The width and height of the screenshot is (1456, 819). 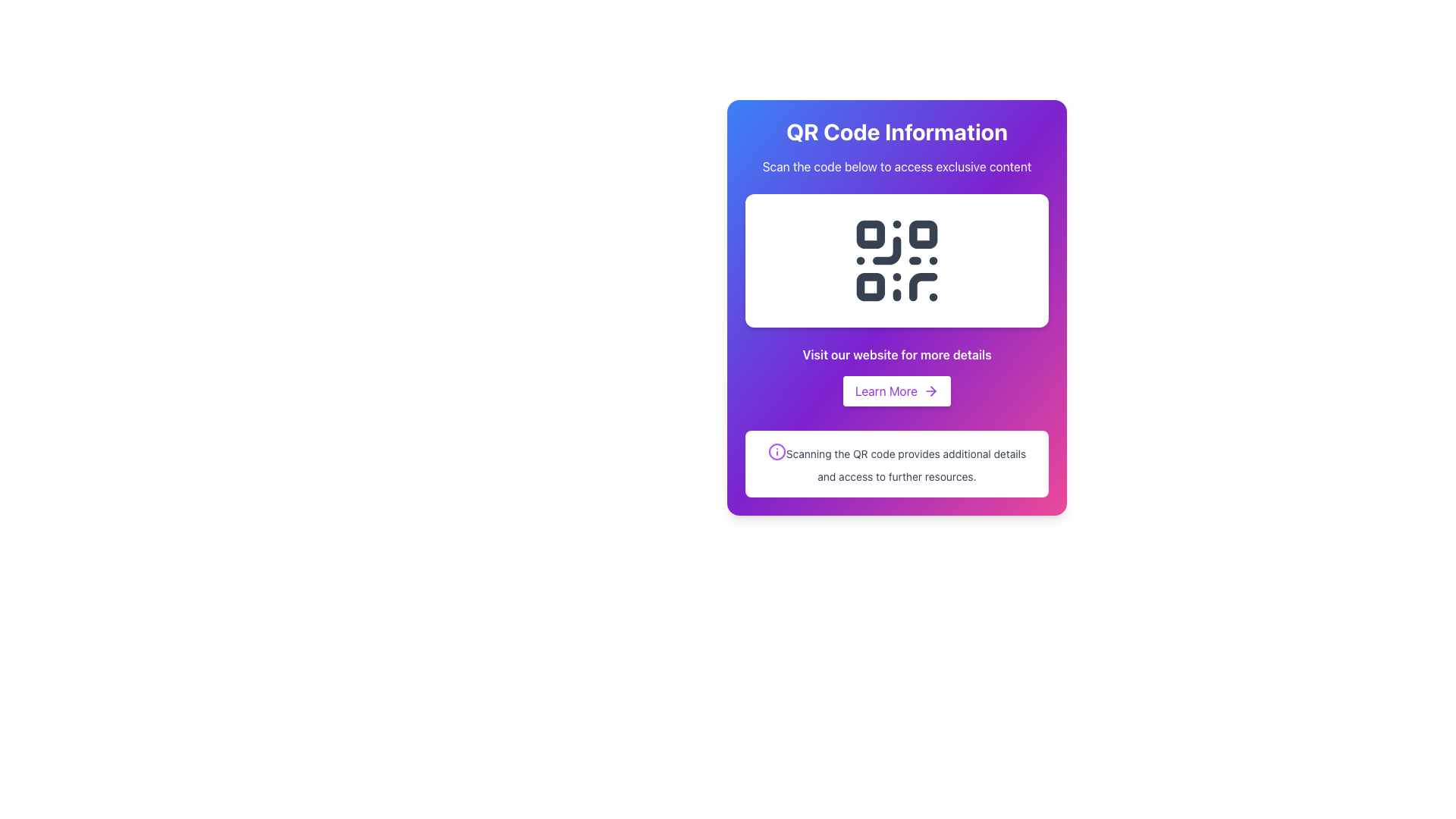 What do you see at coordinates (777, 451) in the screenshot?
I see `the circular element outlined with a purple stroke, located in the bottom segment of the QR code information panel, to the left of the text starting with 'Scanning the QR code...'` at bounding box center [777, 451].